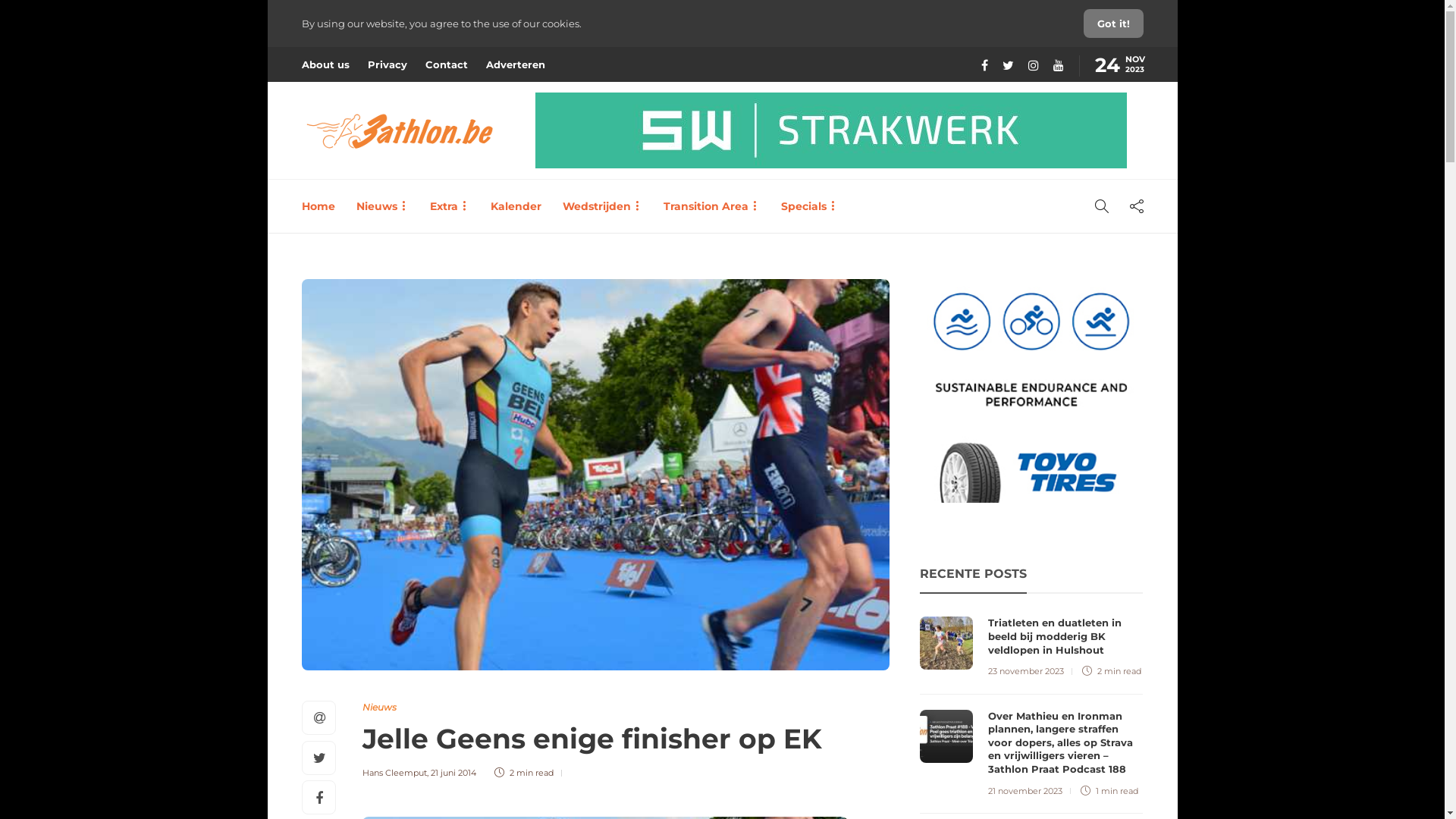 The width and height of the screenshot is (1456, 819). Describe the element at coordinates (445, 63) in the screenshot. I see `'Contact'` at that location.